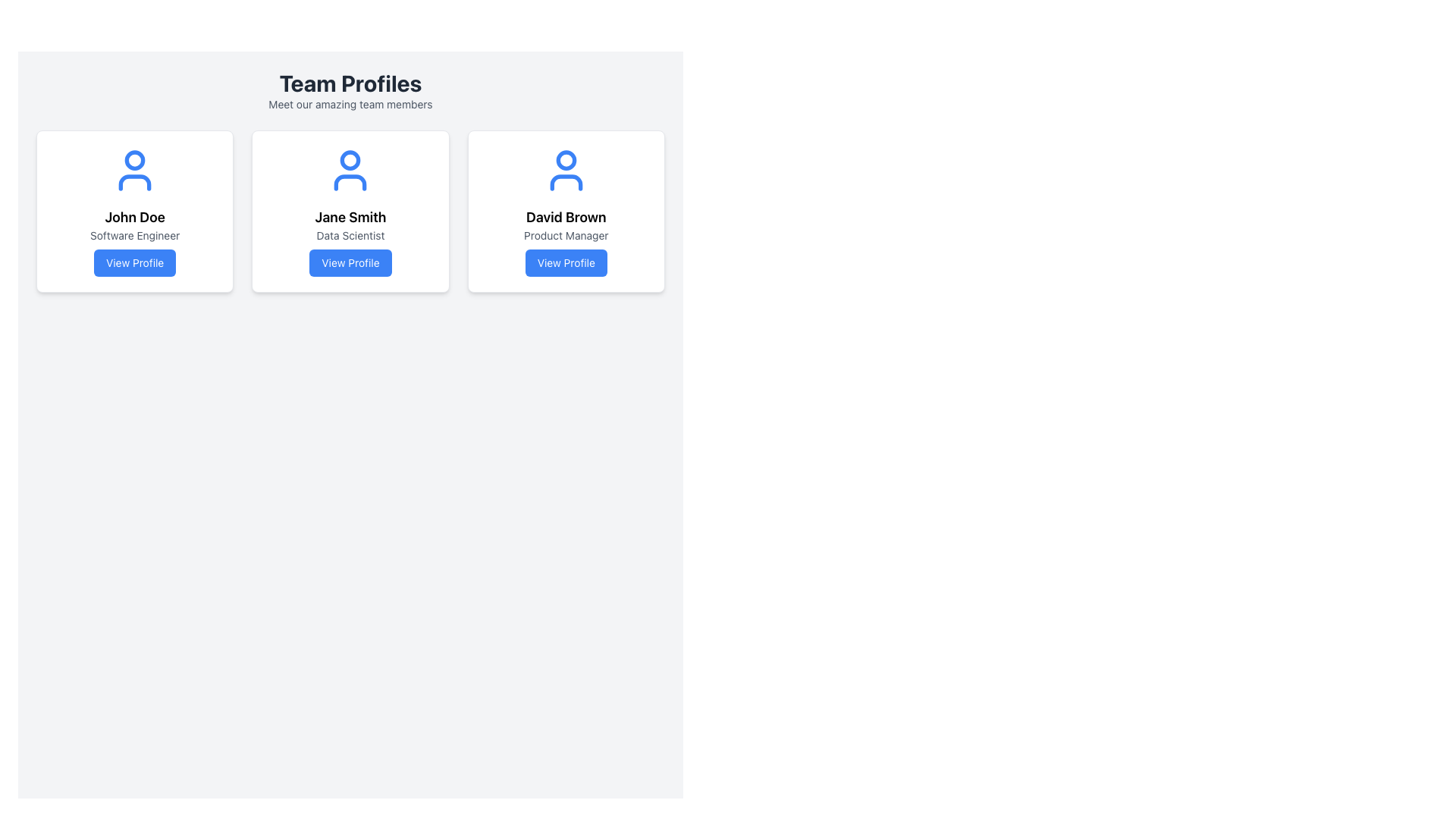 The image size is (1456, 819). What do you see at coordinates (135, 217) in the screenshot?
I see `the text label displaying 'John Doe' in bold font, which is located at the top row of a grid layout within a card component` at bounding box center [135, 217].